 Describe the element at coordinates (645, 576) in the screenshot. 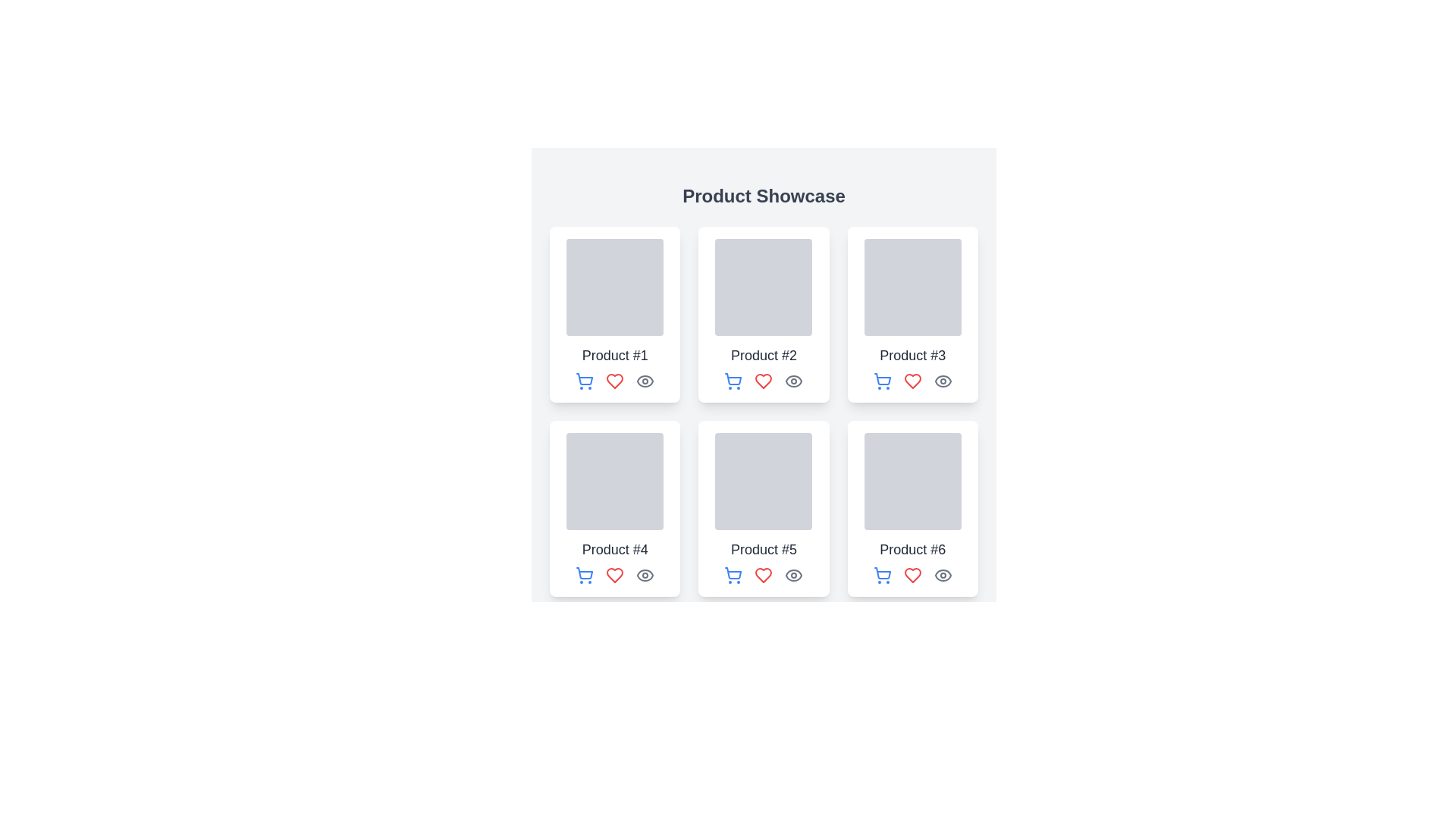

I see `the eye-shaped icon styled in gray for visibility actions located at the bottom-right of the fourth product card under 'Product #4'` at that location.